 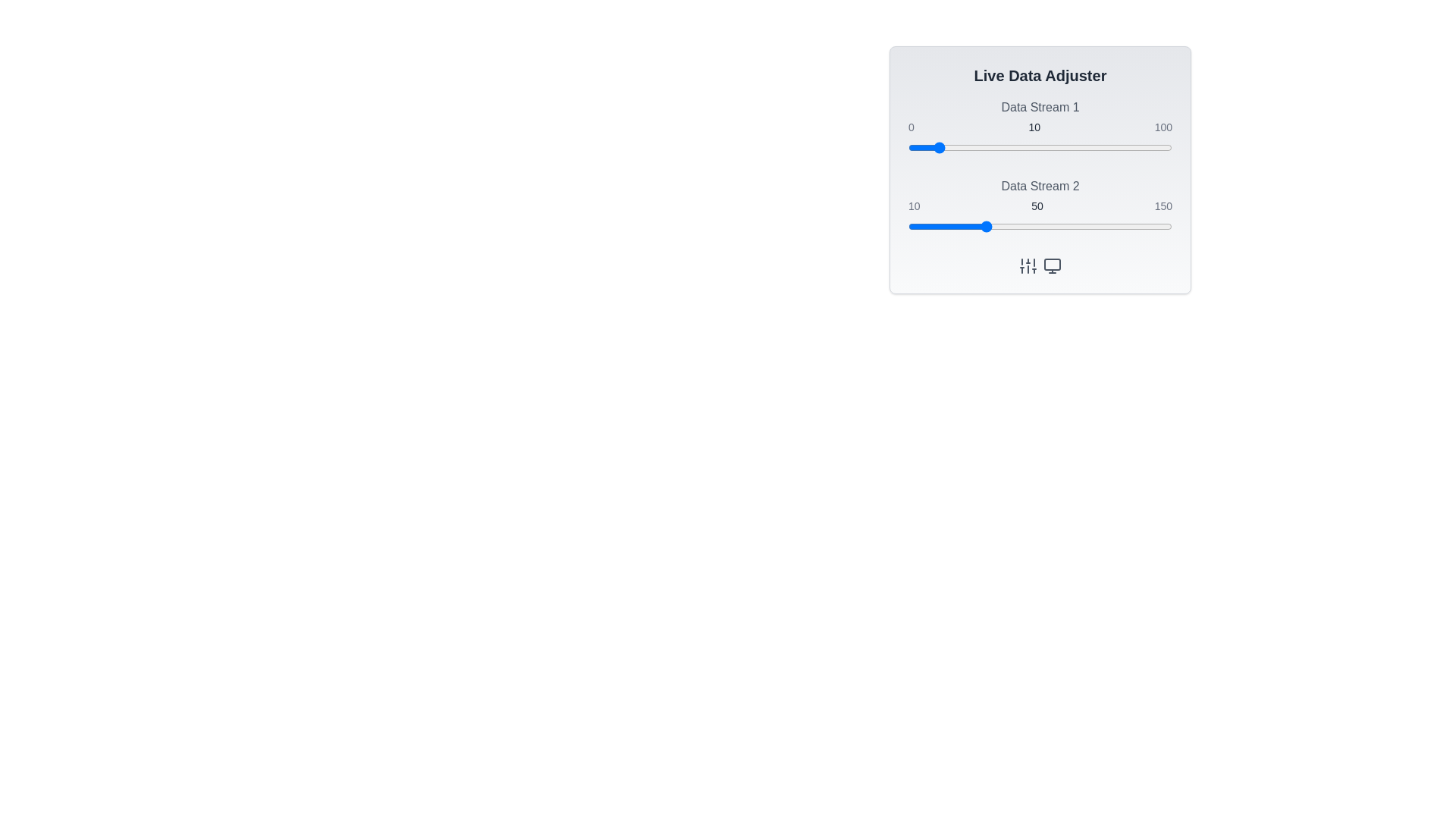 What do you see at coordinates (1034, 127) in the screenshot?
I see `the static text label displaying the number '10', which is part of a group of three numeric text components and is positioned in the middle with a dark gray color against a light background` at bounding box center [1034, 127].